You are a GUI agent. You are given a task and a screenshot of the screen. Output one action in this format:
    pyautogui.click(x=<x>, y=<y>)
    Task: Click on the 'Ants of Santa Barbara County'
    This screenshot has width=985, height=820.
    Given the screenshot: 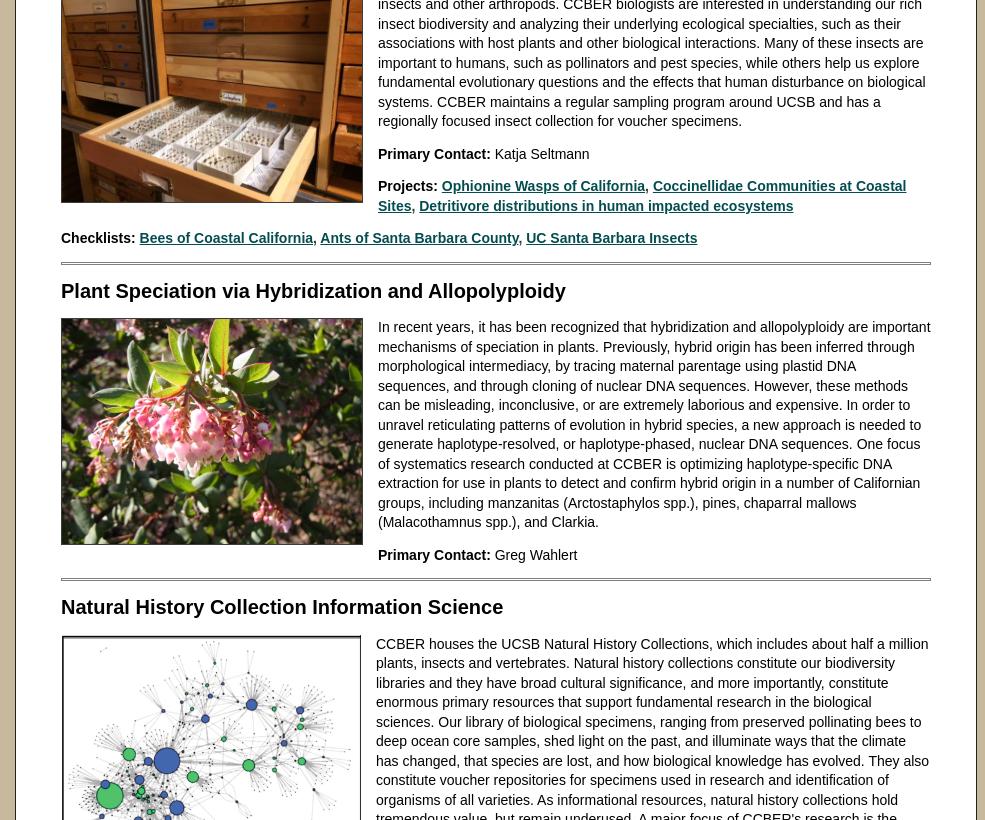 What is the action you would take?
    pyautogui.click(x=418, y=236)
    